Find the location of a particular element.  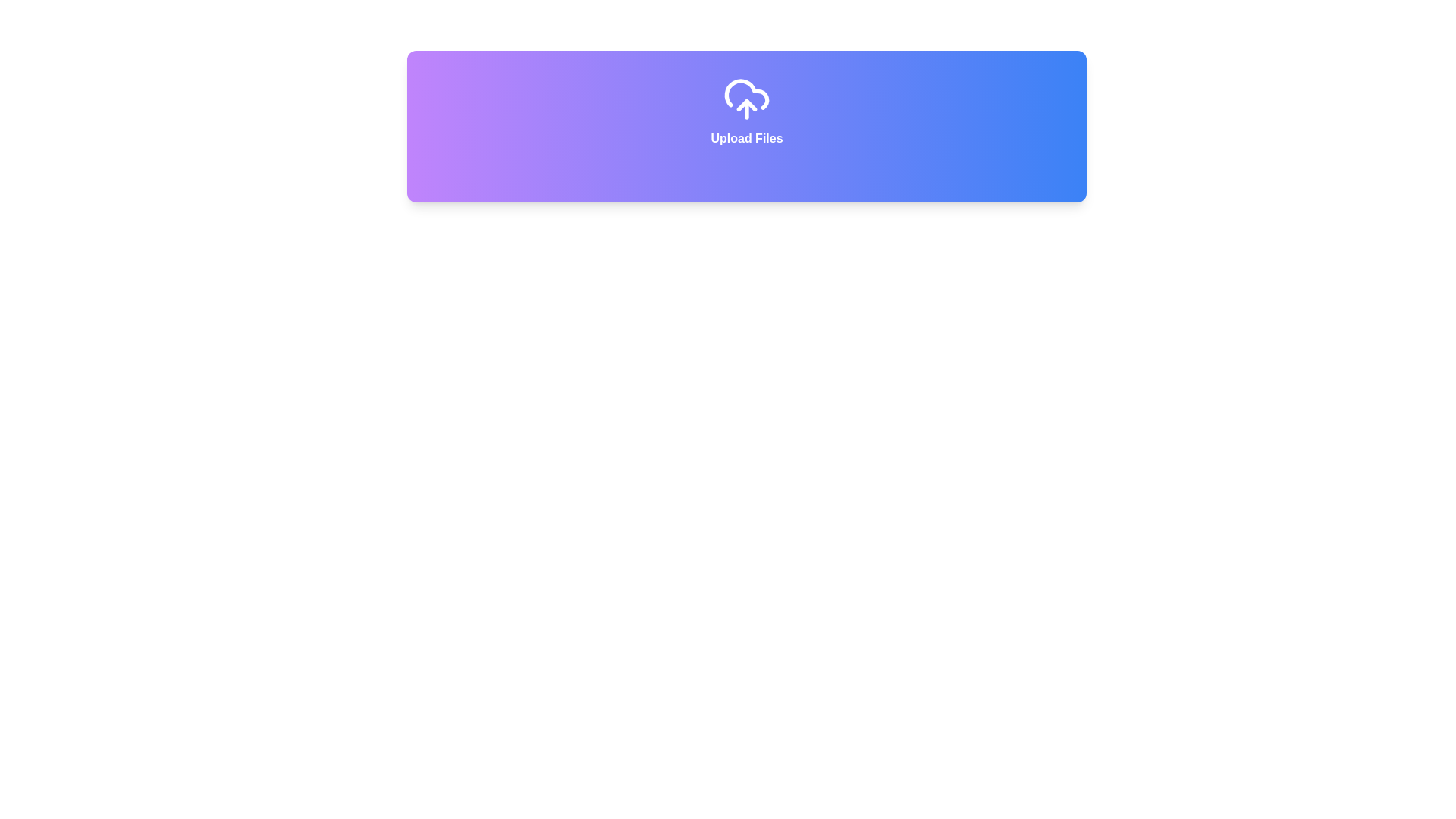

the interactive clickable area with a gradient background featuring a cloud upload icon and 'Upload Files' text is located at coordinates (746, 125).